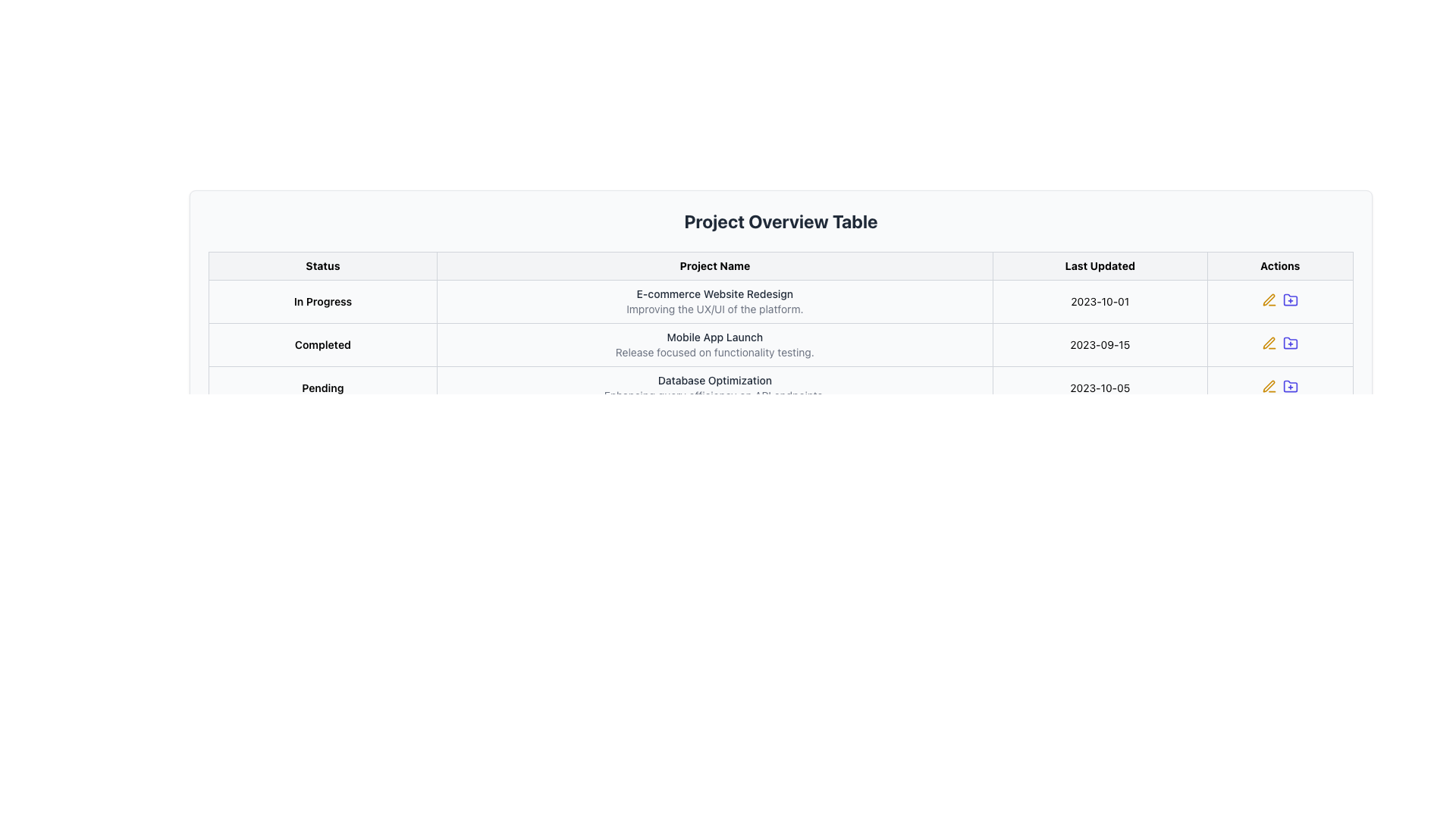  Describe the element at coordinates (714, 345) in the screenshot. I see `the text element displaying 'Mobile App Launch' in the second cell of the 'Project Name' column under the 'Completed' row` at that location.